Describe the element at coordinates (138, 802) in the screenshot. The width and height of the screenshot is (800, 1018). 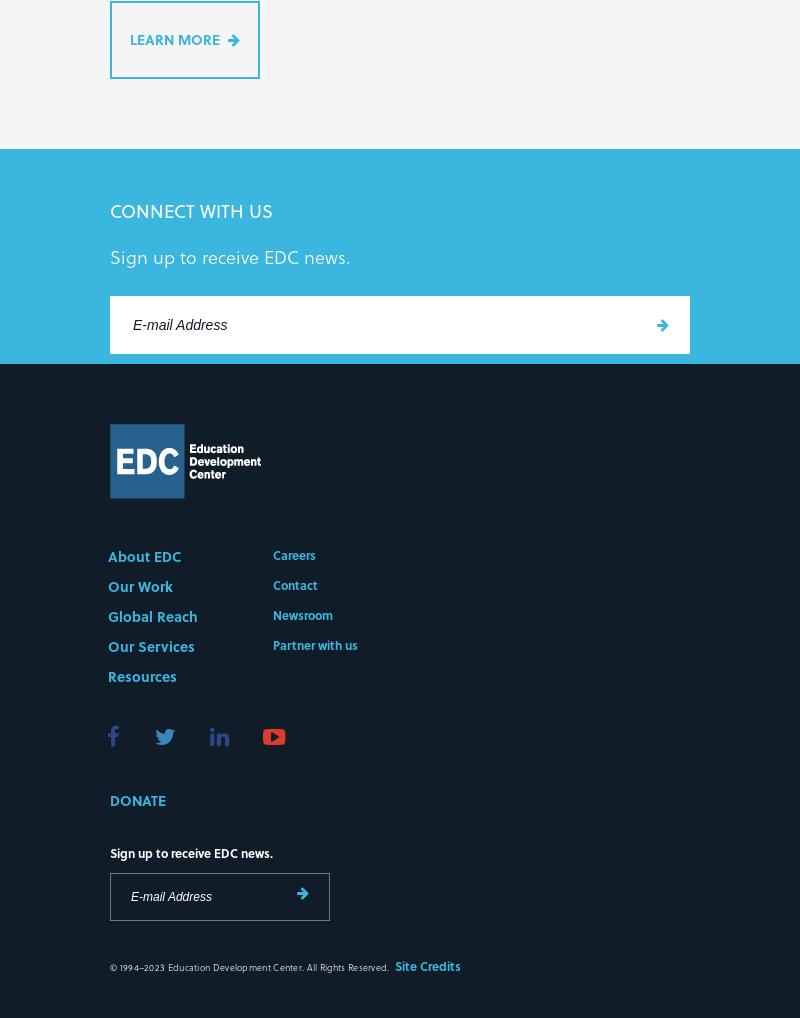
I see `'Donate'` at that location.